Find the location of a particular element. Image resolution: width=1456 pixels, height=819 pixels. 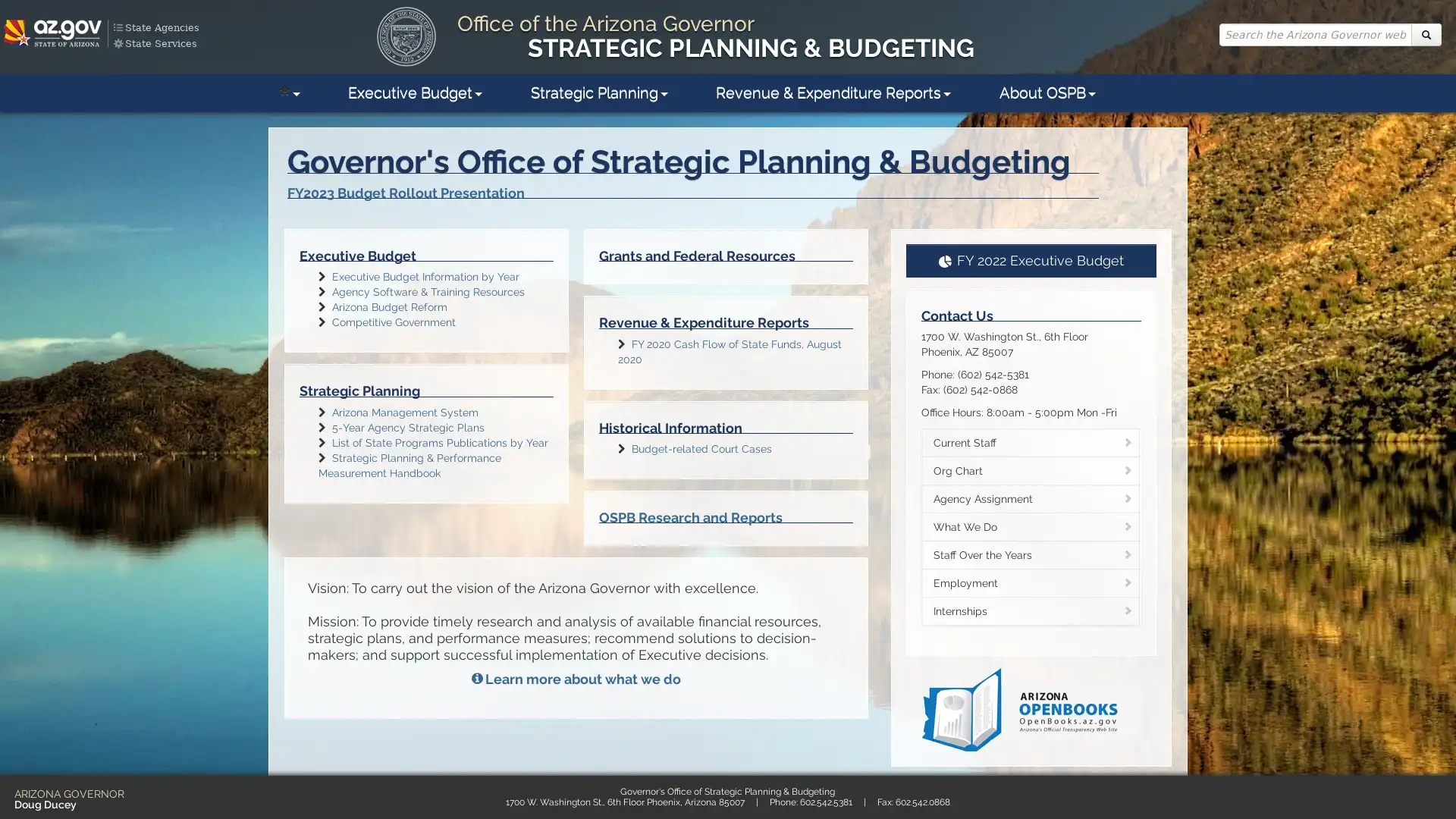

FY 2022 Executive Budget is located at coordinates (1031, 259).